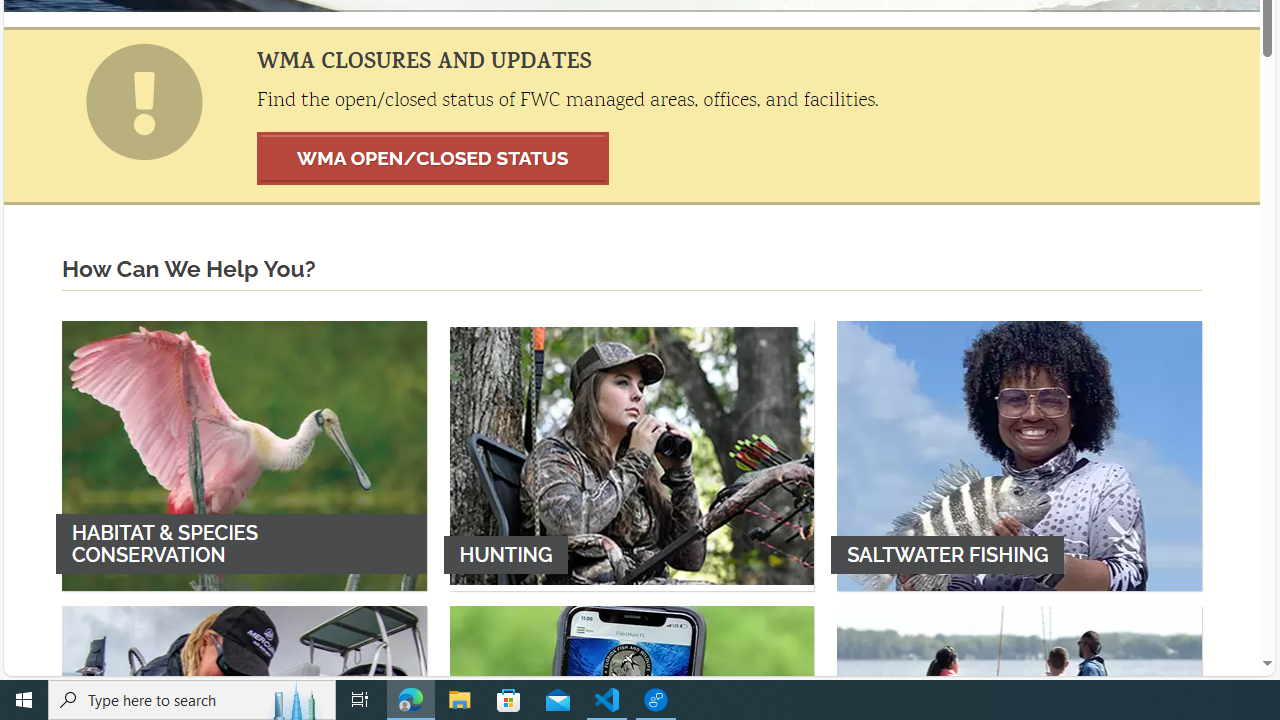 Image resolution: width=1280 pixels, height=720 pixels. What do you see at coordinates (432, 157) in the screenshot?
I see `'WMA OPEN/CLOSED STATUS'` at bounding box center [432, 157].